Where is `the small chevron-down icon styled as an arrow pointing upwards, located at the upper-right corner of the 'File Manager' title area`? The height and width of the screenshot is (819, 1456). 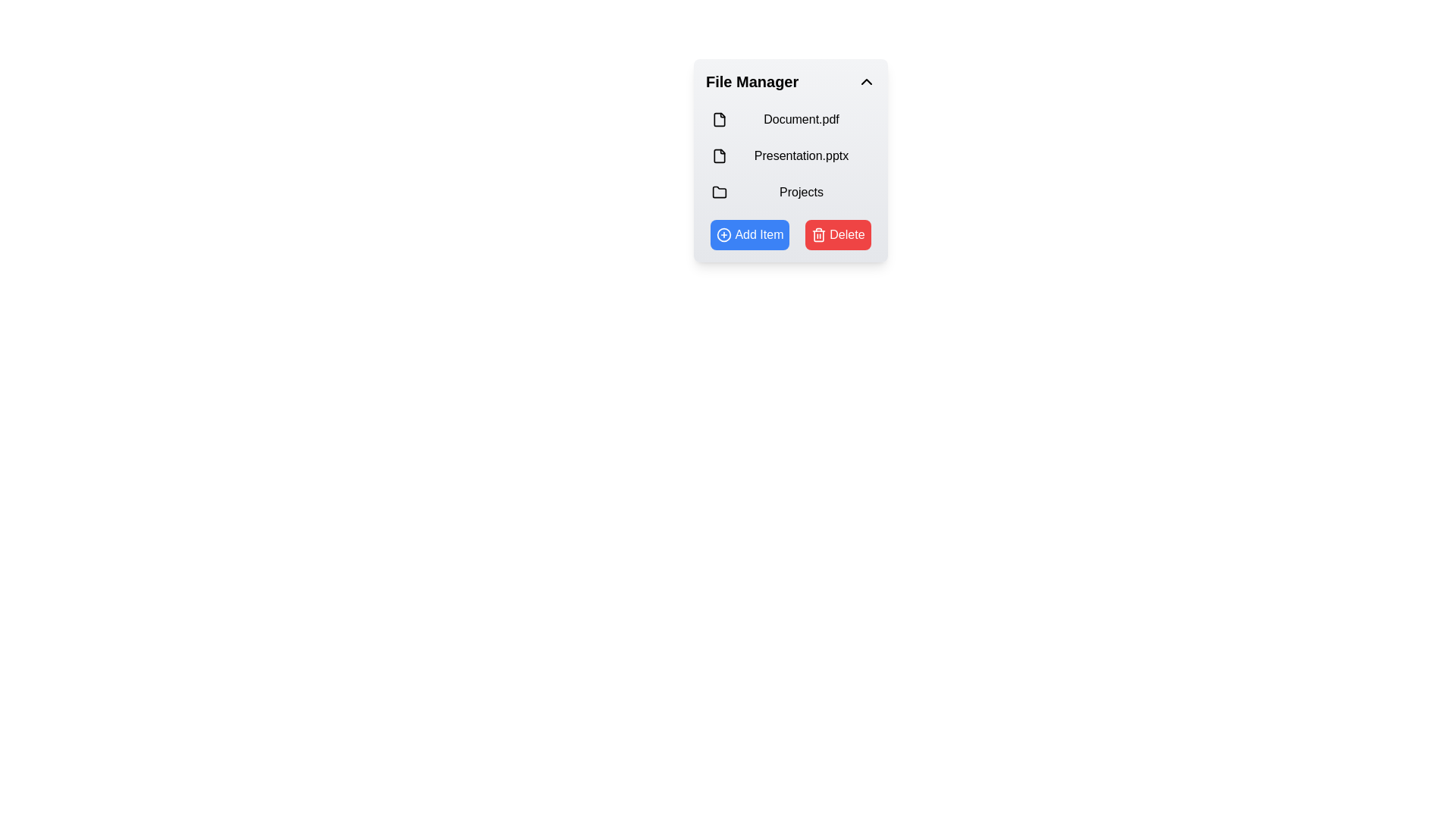 the small chevron-down icon styled as an arrow pointing upwards, located at the upper-right corner of the 'File Manager' title area is located at coordinates (866, 82).